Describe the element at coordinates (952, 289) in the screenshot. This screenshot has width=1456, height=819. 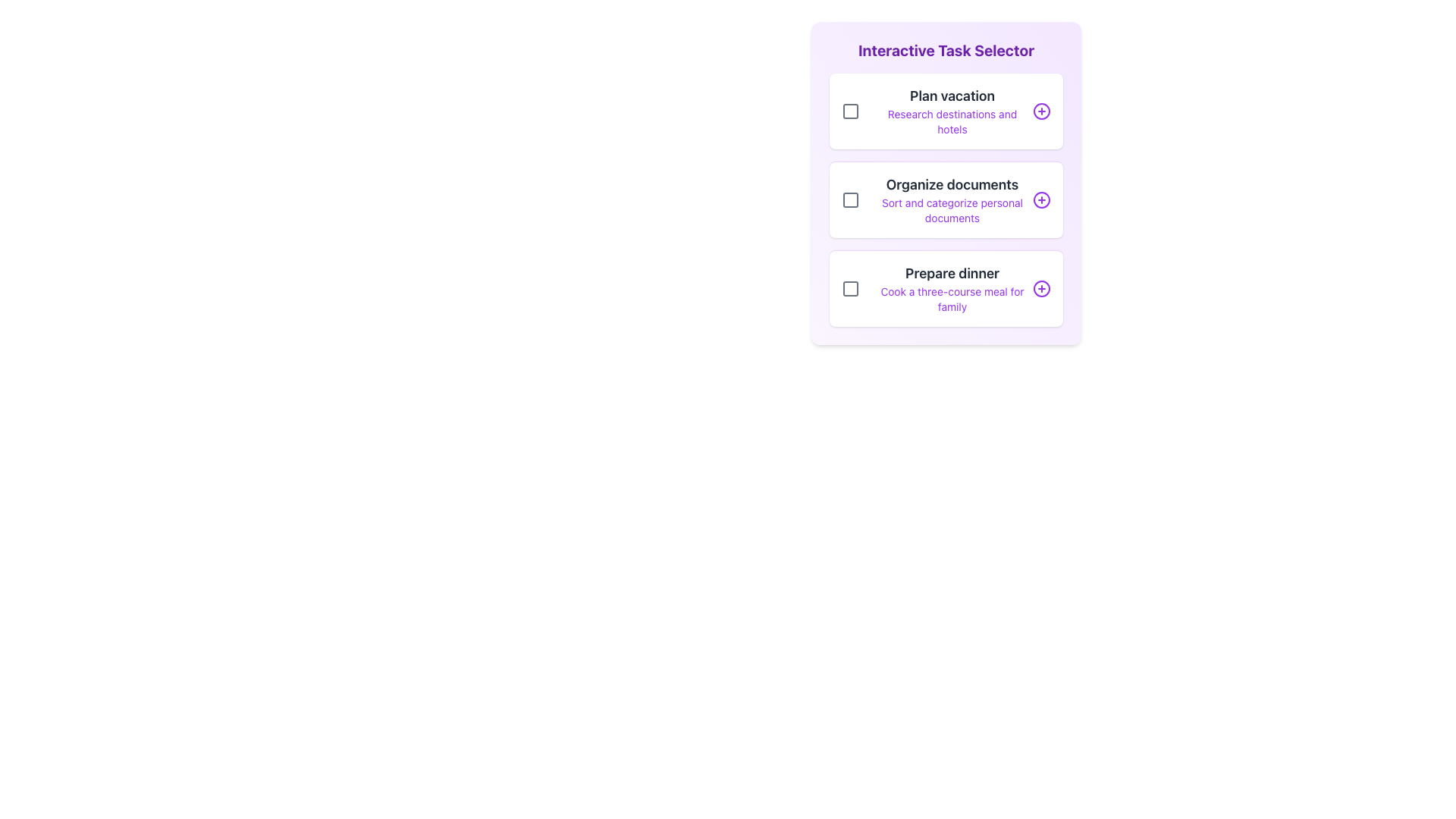
I see `text content from the task description block that includes 'Prepare dinner' and 'Cook a three-course meal for family', which is the third option in the vertical list of task selectors` at that location.